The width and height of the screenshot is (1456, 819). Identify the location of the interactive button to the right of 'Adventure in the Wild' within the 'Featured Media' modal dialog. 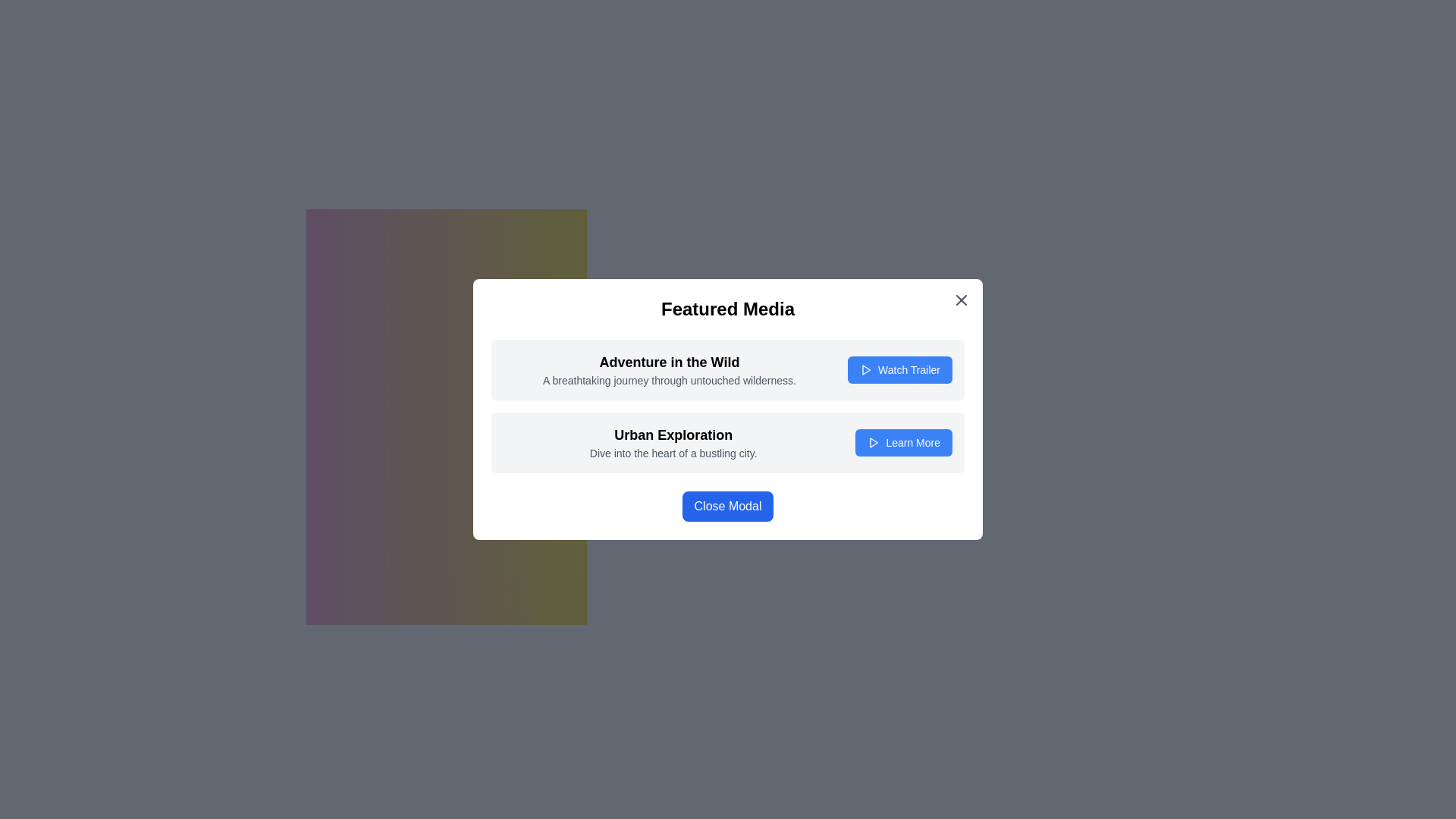
(909, 370).